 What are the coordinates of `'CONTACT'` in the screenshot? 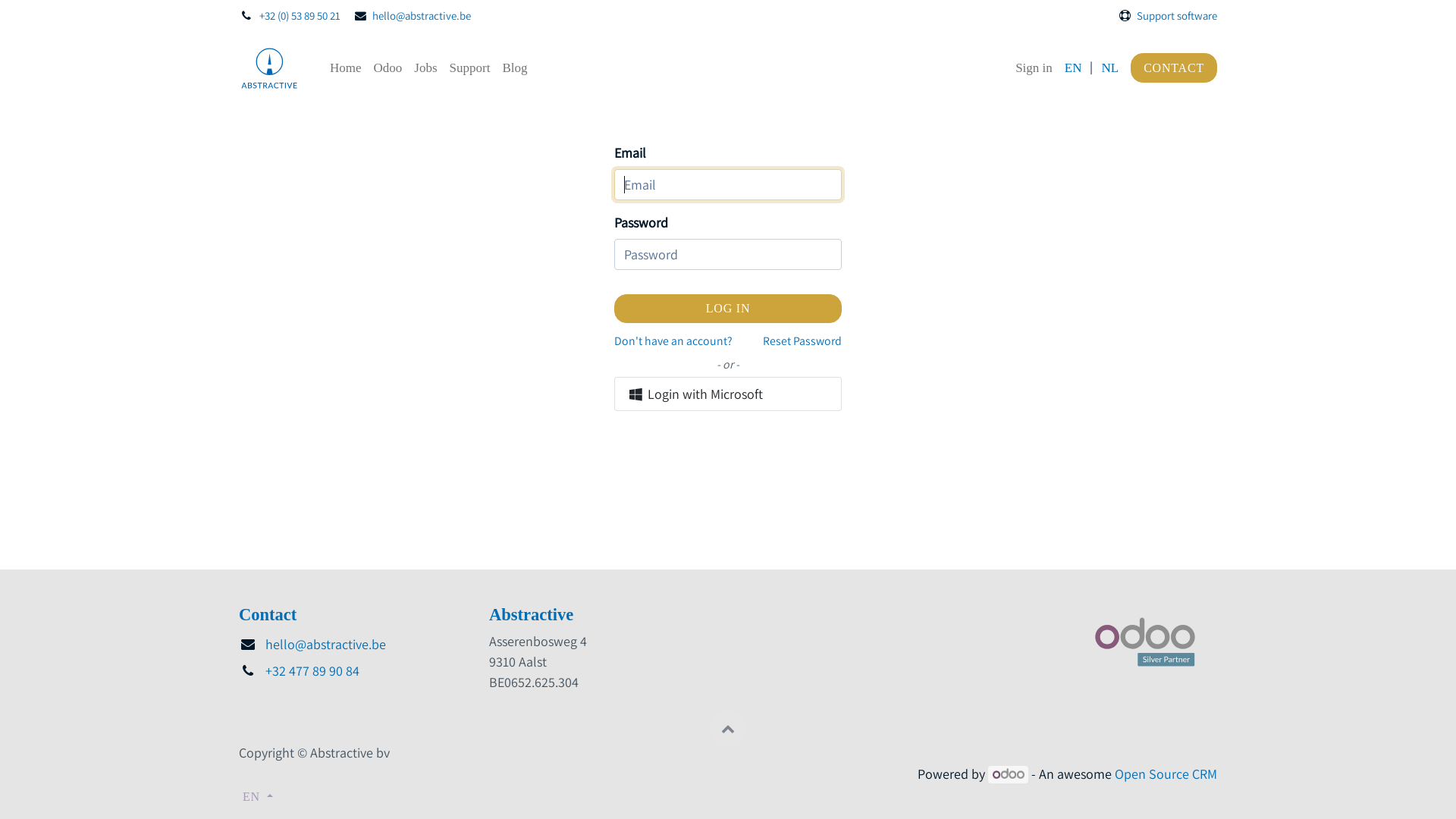 It's located at (1173, 67).